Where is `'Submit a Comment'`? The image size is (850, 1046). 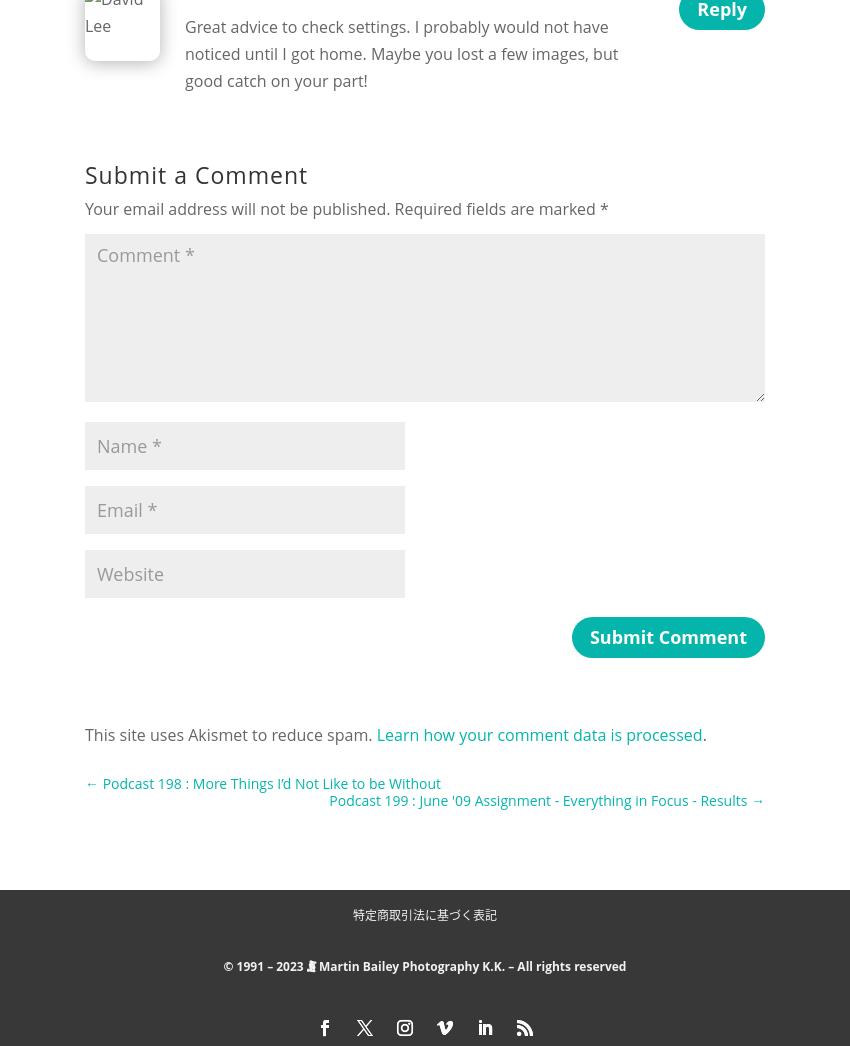 'Submit a Comment' is located at coordinates (195, 173).